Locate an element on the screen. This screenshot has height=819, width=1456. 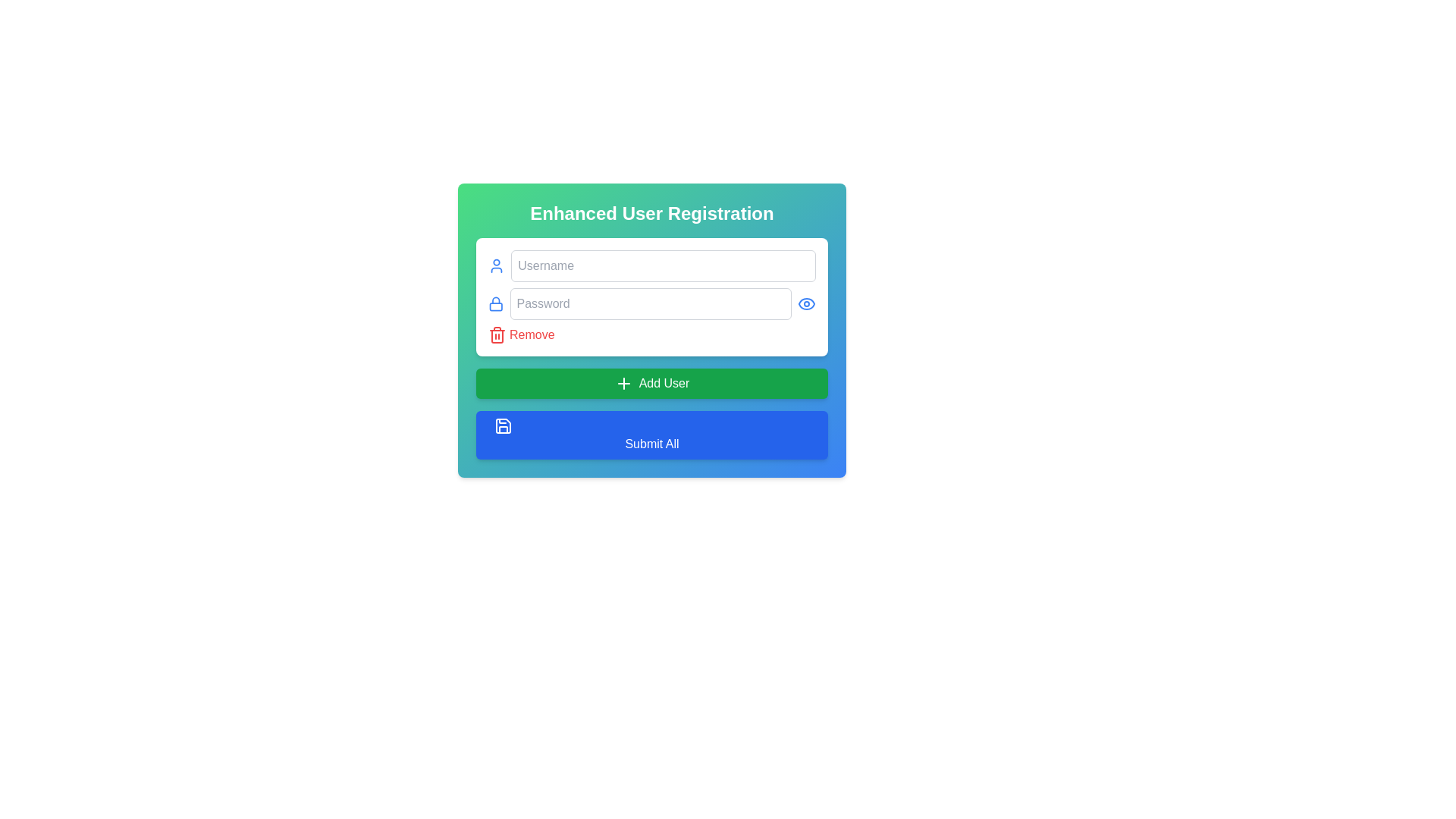
the 'Add User' button located below the 'Remove' button and above the 'Submit All' button is located at coordinates (651, 382).